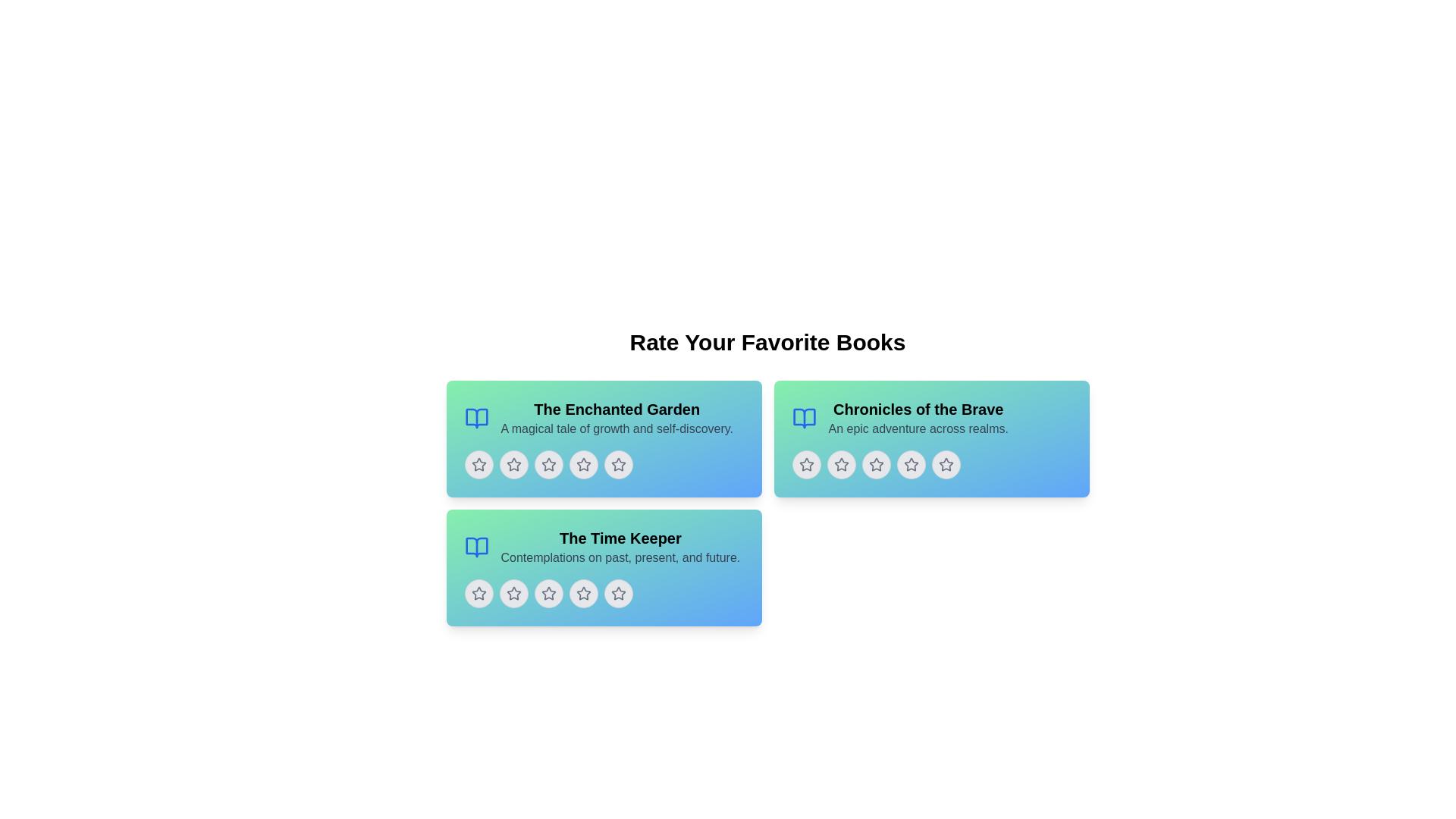 Image resolution: width=1456 pixels, height=819 pixels. What do you see at coordinates (945, 463) in the screenshot?
I see `the fifth star icon in the second row of the rating section under the header 'Chronicles of the Brave'` at bounding box center [945, 463].